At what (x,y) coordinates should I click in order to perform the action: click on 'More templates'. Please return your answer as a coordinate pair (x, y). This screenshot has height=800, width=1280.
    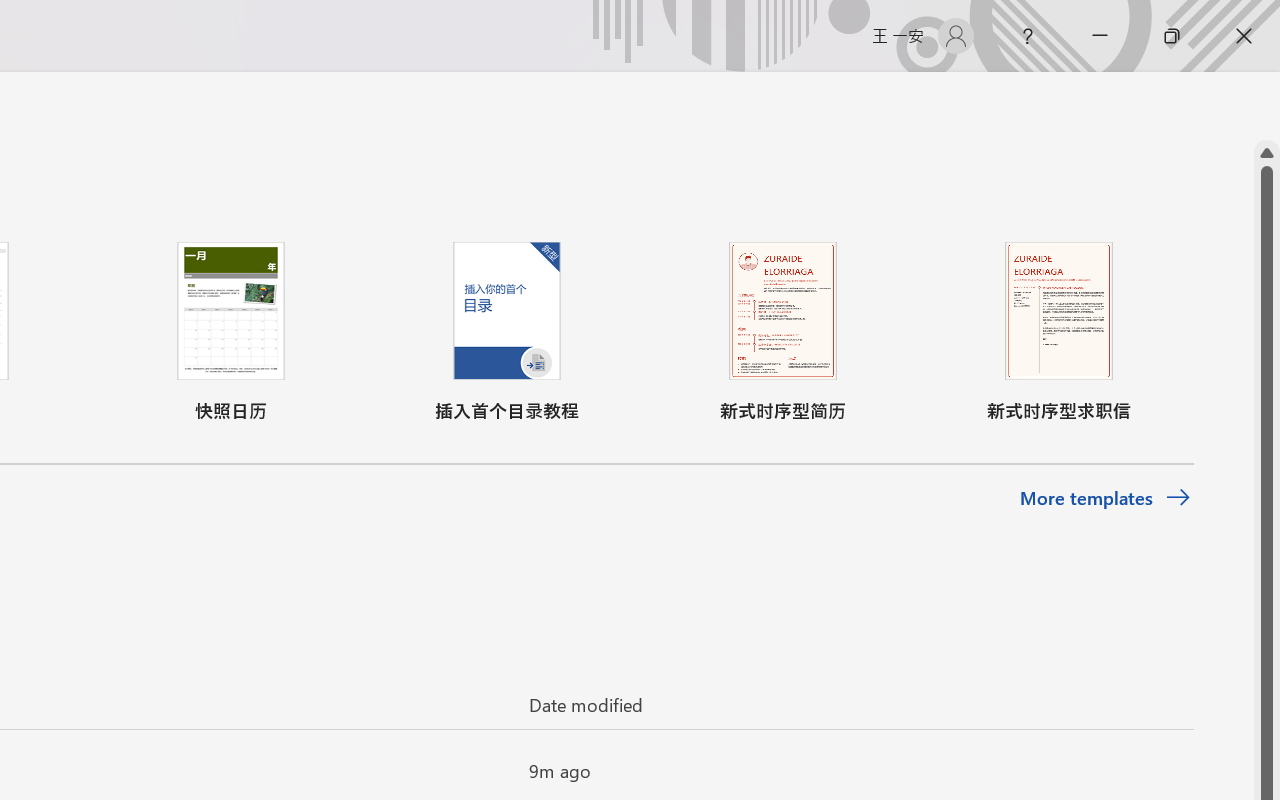
    Looking at the image, I should click on (1104, 498).